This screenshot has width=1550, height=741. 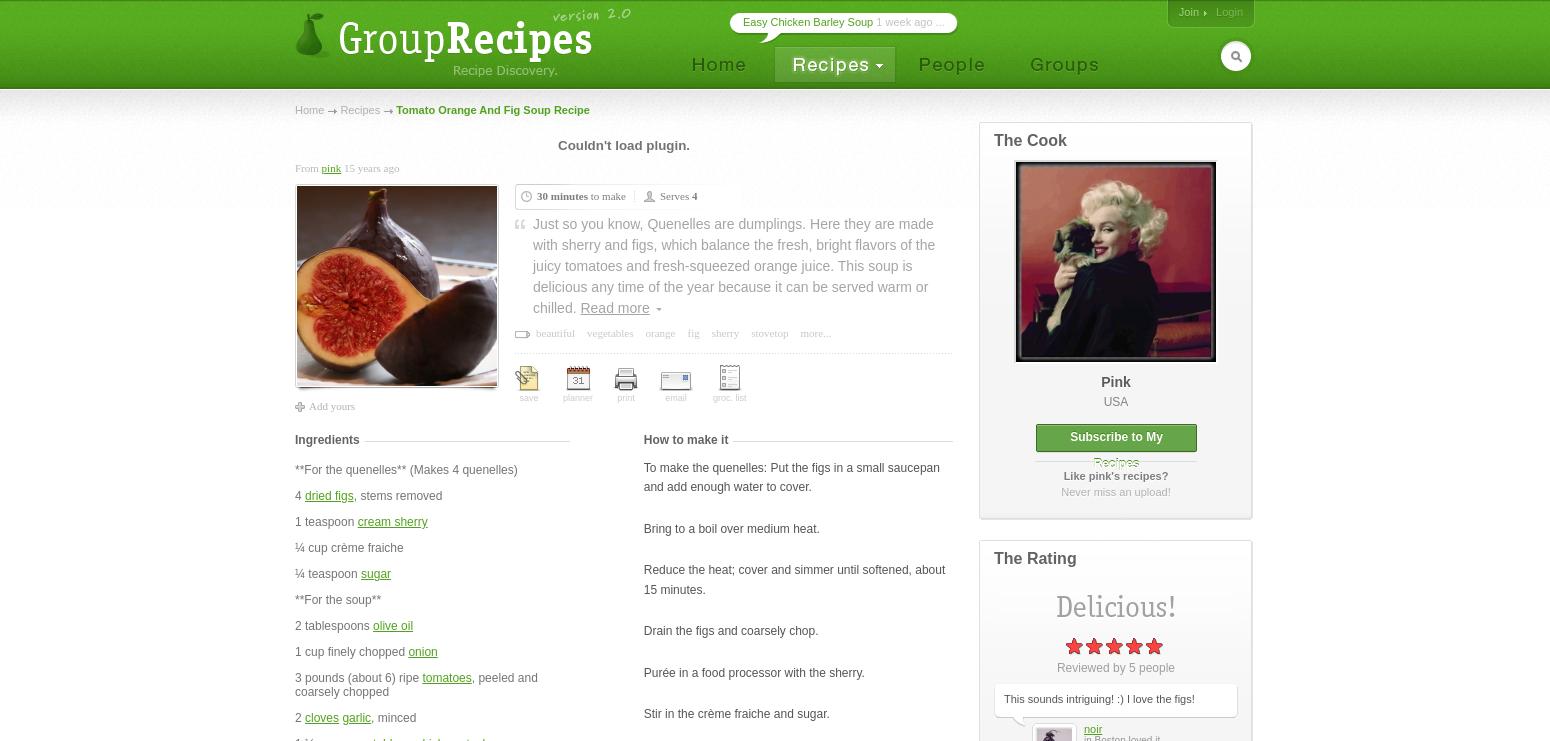 What do you see at coordinates (371, 625) in the screenshot?
I see `'olive oil'` at bounding box center [371, 625].